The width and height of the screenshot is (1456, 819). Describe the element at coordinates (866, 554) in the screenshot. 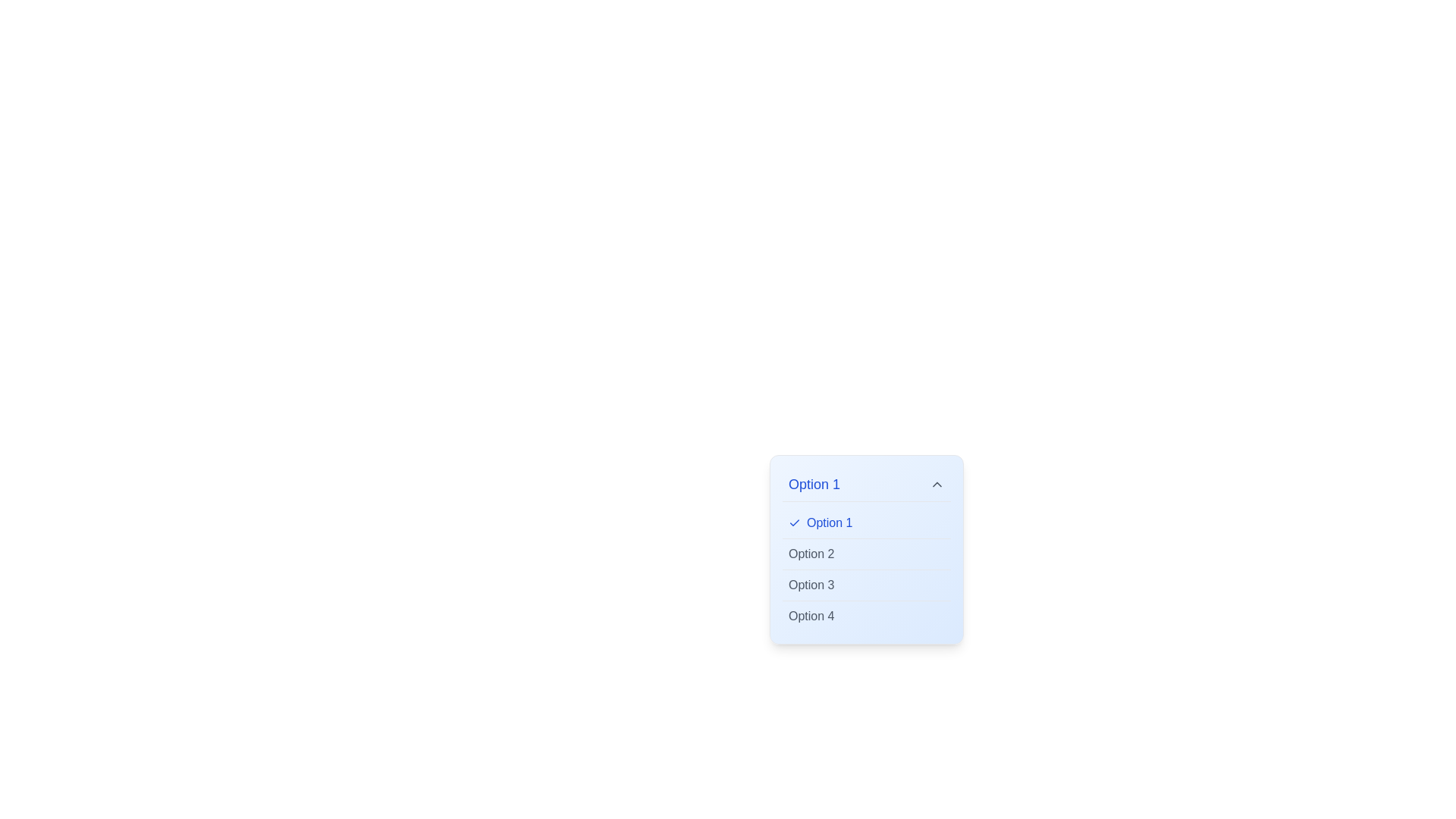

I see `the dropdown option displaying 'Option 2'` at that location.